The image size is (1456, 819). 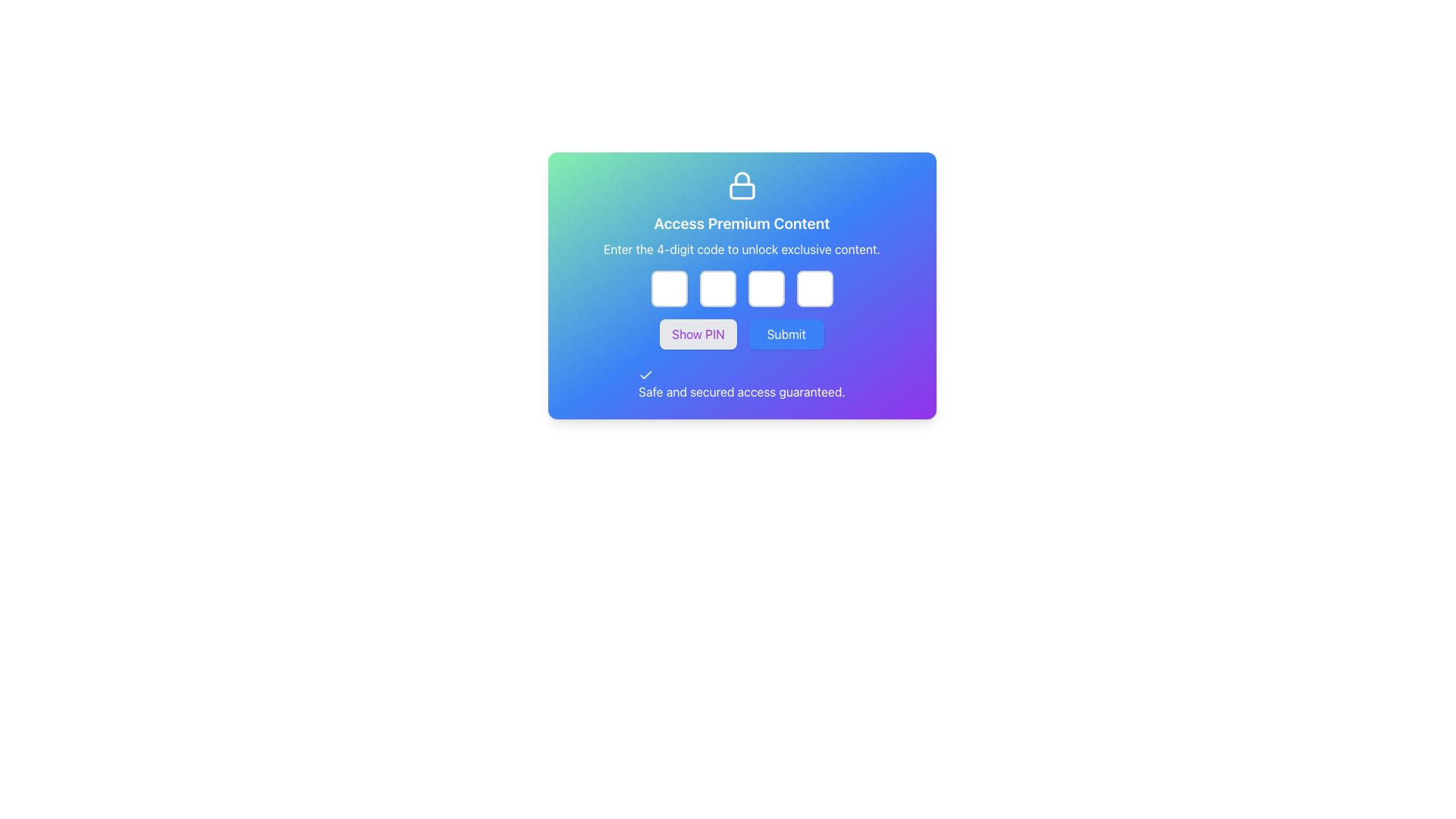 What do you see at coordinates (697, 333) in the screenshot?
I see `the button located to the left of the 'Submit' button` at bounding box center [697, 333].